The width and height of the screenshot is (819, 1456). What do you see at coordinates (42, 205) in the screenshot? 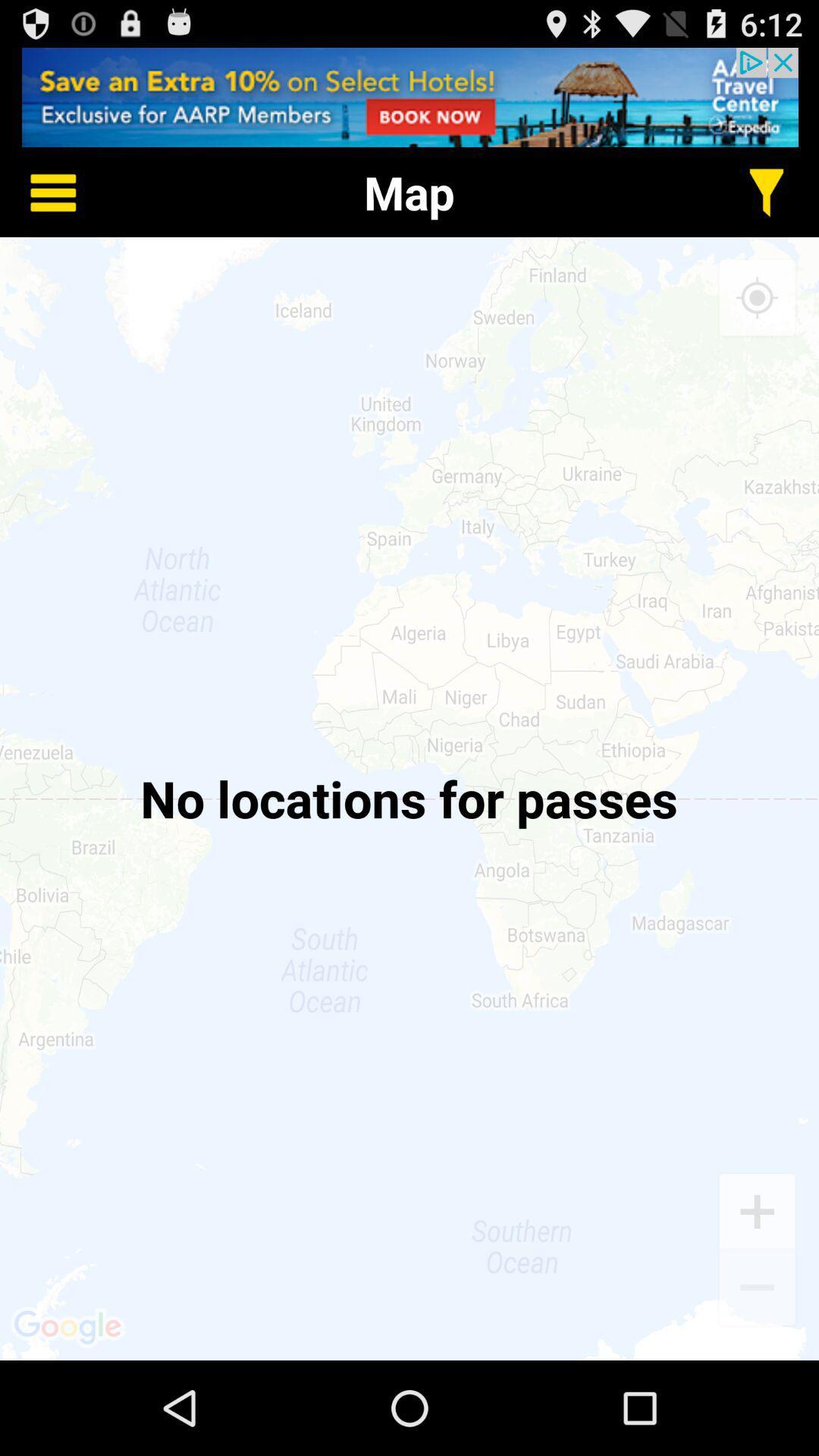
I see `the menu icon` at bounding box center [42, 205].